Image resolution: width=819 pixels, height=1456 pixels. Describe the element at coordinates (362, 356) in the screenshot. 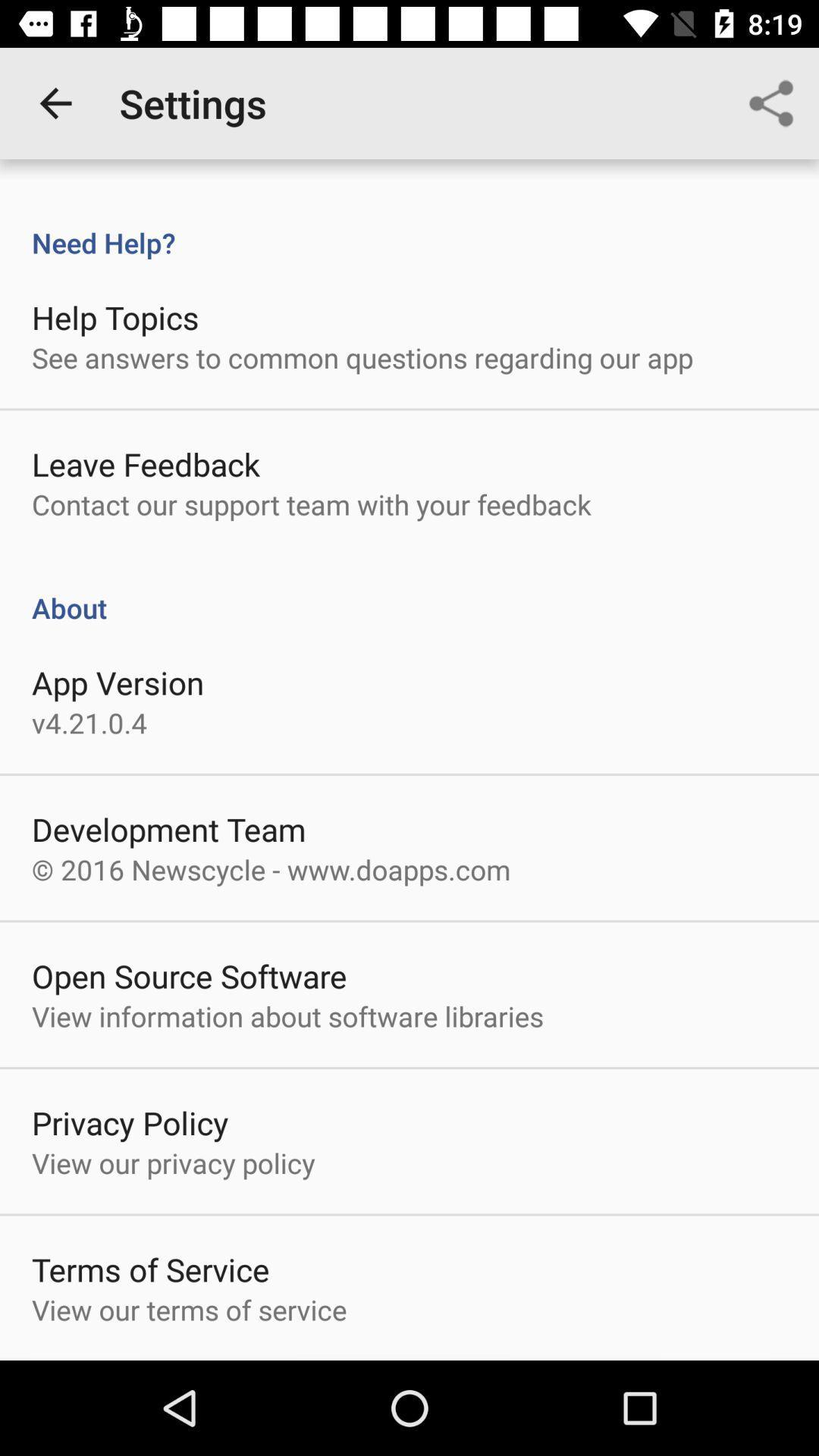

I see `the see answers to` at that location.